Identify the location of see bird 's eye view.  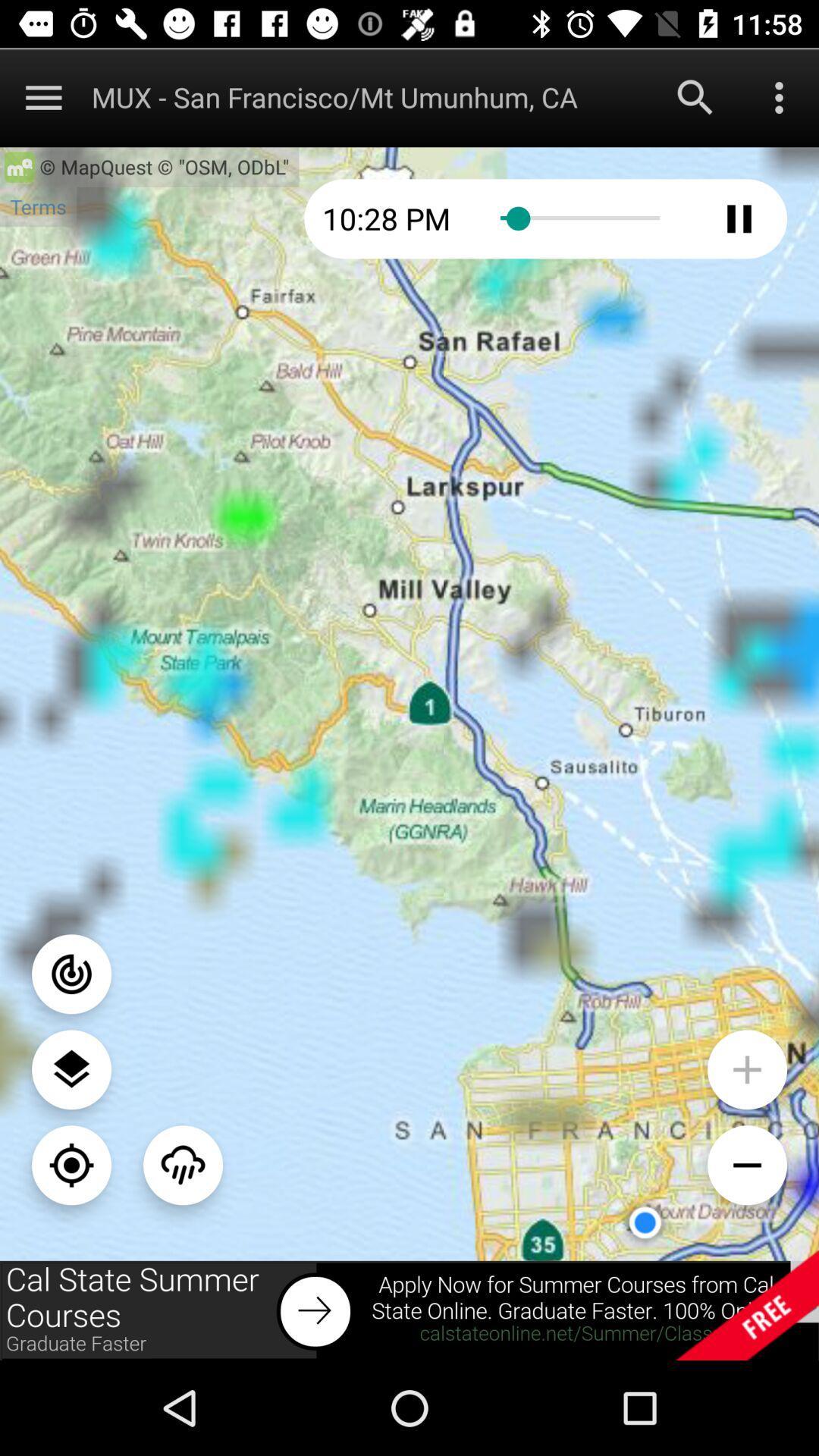
(71, 1068).